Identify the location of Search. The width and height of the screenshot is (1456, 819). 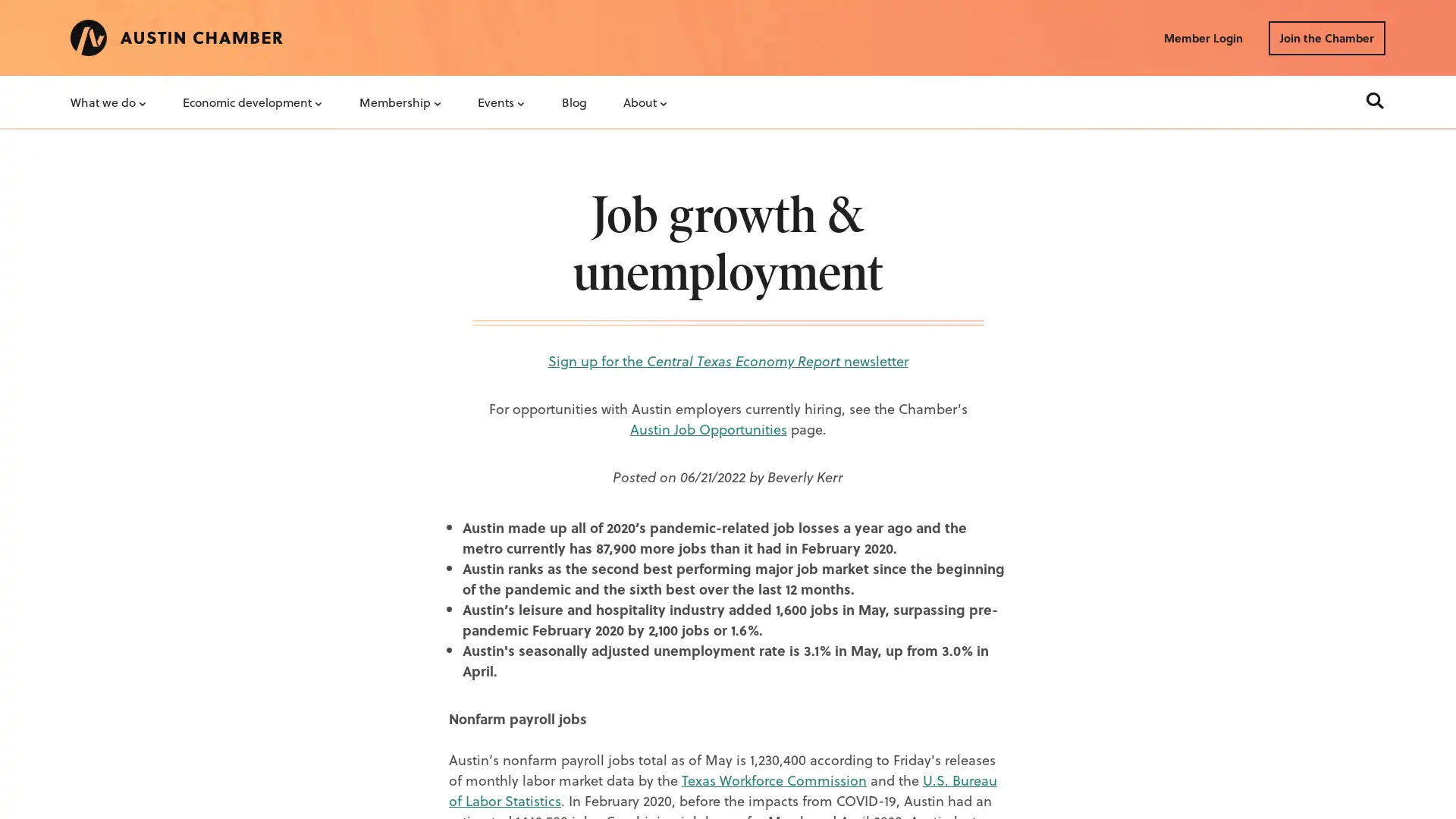
(1375, 102).